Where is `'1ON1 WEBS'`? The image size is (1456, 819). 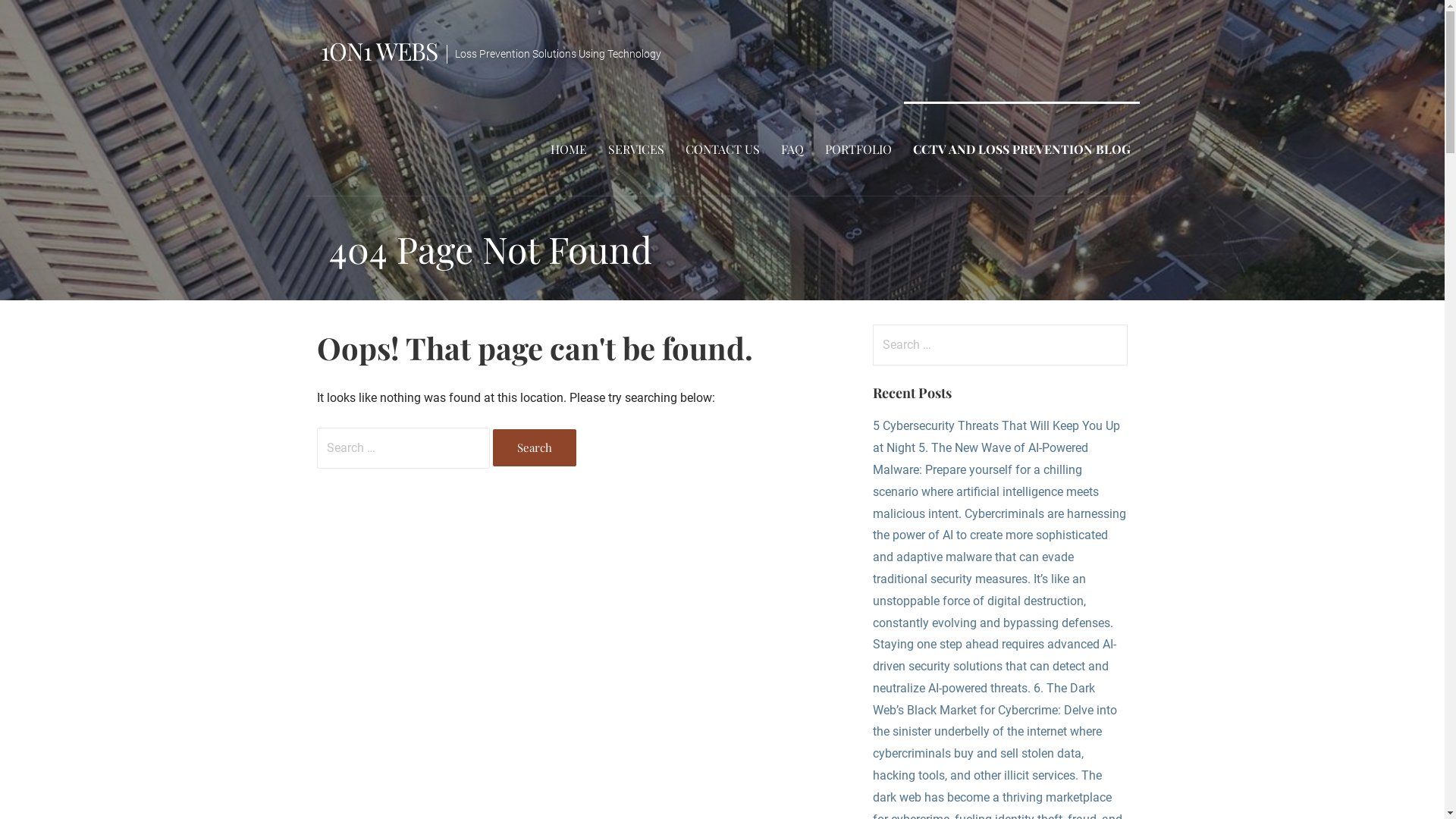 '1ON1 WEBS' is located at coordinates (319, 49).